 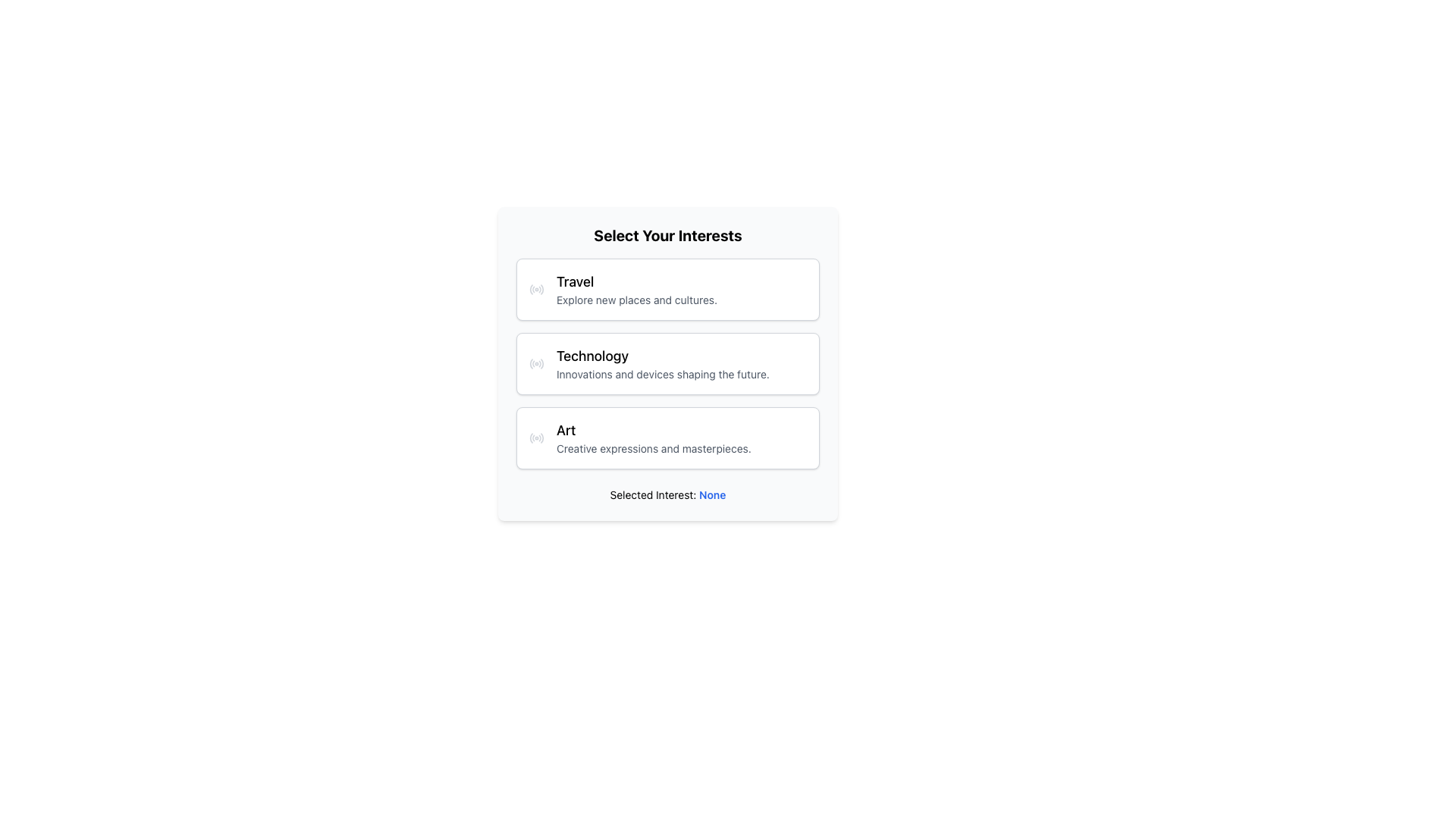 I want to click on the text label displaying 'Explore new places and cultures', which is styled in gray and positioned directly below the 'Travel' text, so click(x=637, y=300).